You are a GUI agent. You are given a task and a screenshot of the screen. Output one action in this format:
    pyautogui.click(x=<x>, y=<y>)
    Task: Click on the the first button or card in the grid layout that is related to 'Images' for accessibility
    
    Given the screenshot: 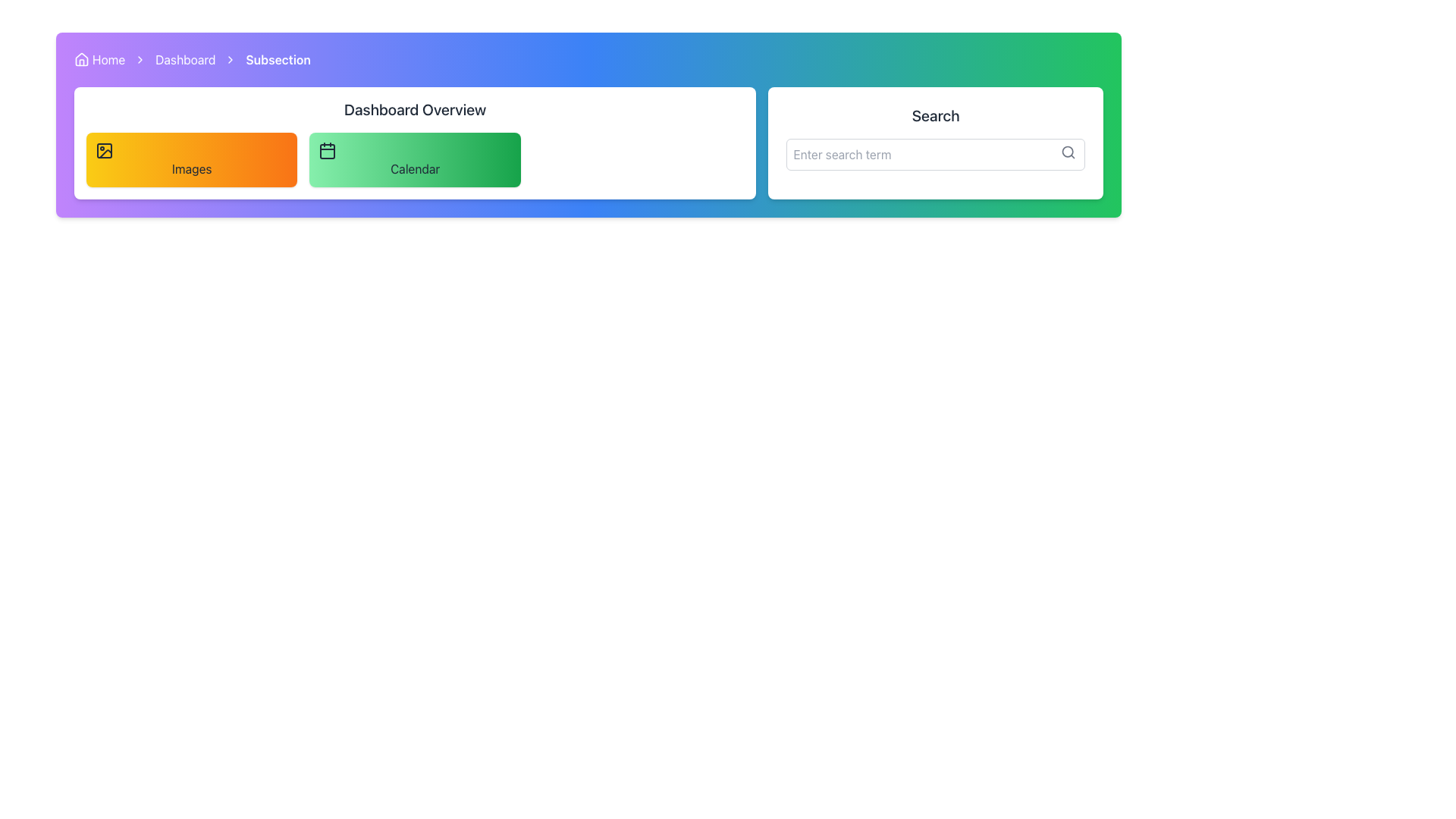 What is the action you would take?
    pyautogui.click(x=191, y=160)
    